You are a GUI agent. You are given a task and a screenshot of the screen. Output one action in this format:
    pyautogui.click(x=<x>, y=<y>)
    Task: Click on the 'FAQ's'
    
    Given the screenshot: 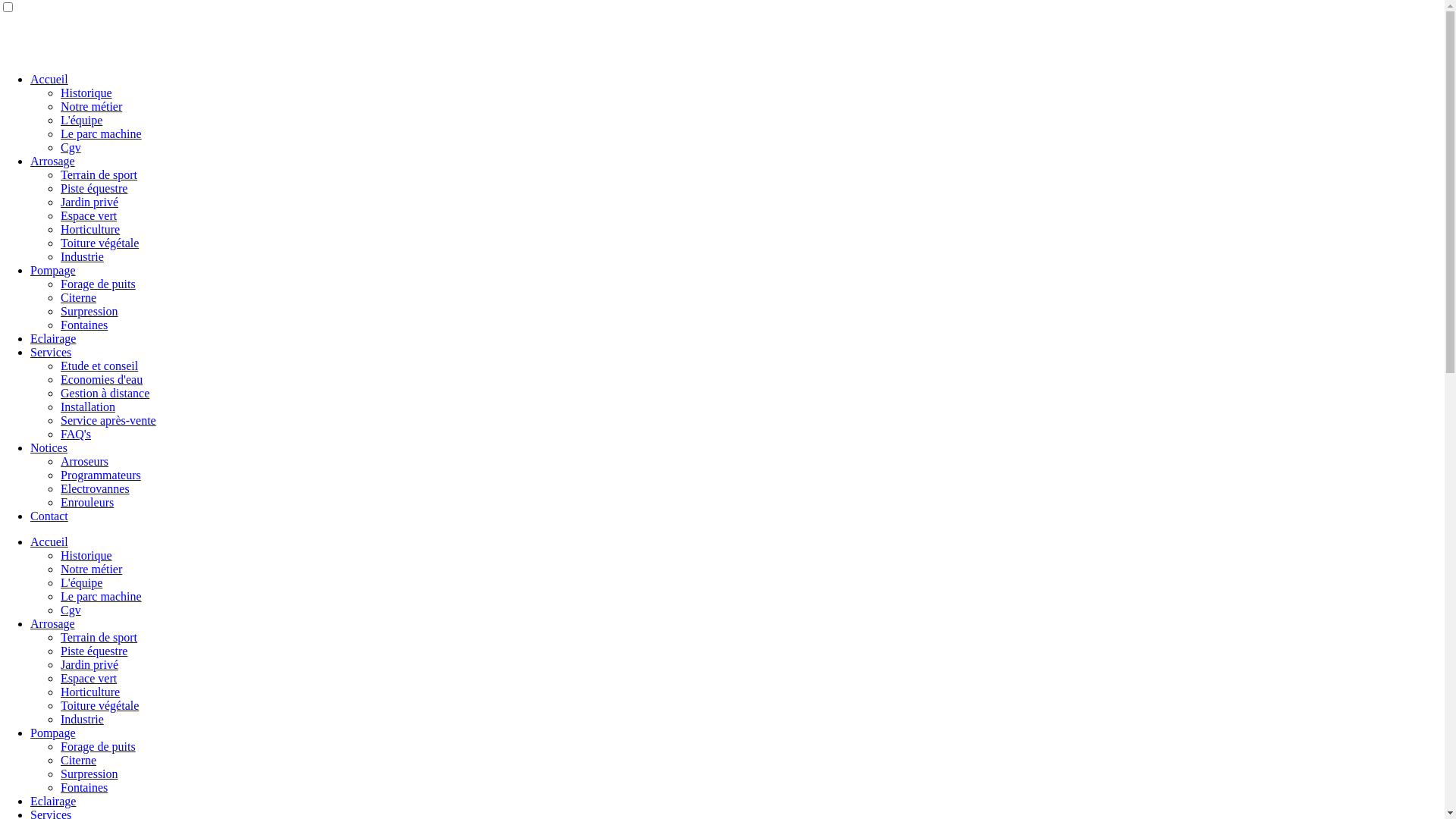 What is the action you would take?
    pyautogui.click(x=75, y=434)
    